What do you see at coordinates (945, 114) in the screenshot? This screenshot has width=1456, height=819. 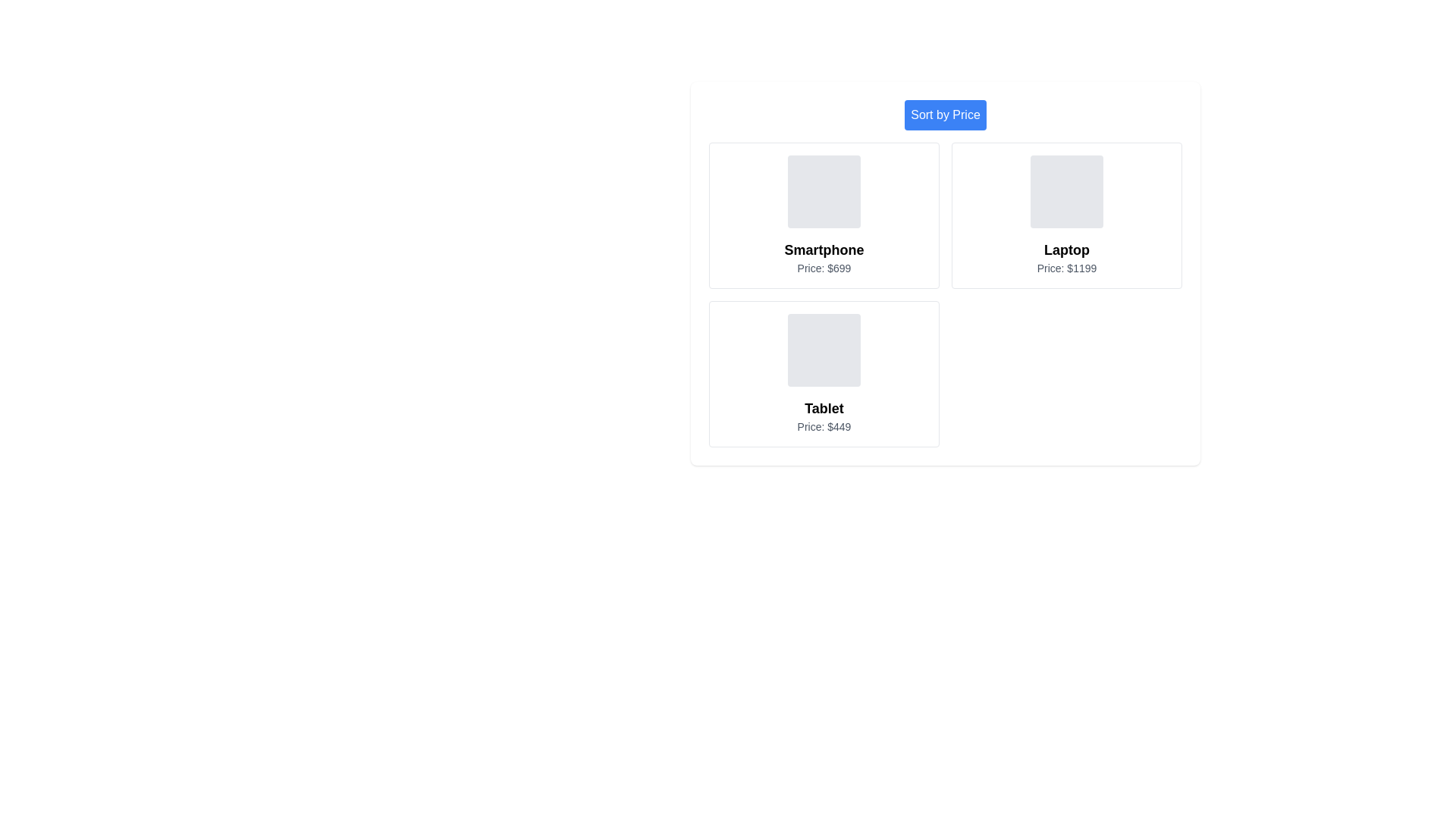 I see `the 'Sort by Price' button to sort the products` at bounding box center [945, 114].